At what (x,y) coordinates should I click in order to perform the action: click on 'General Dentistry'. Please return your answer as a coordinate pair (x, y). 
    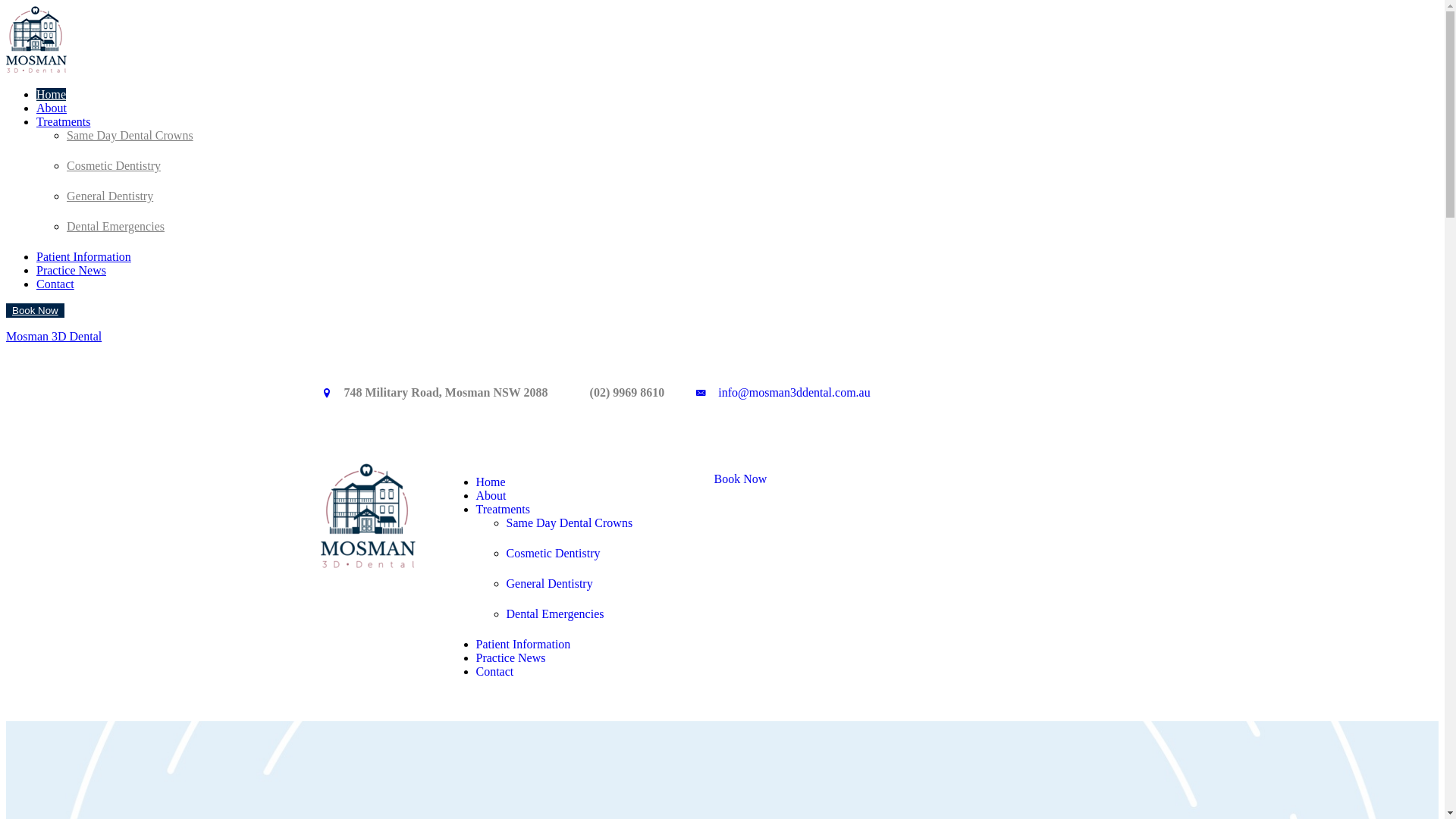
    Looking at the image, I should click on (548, 579).